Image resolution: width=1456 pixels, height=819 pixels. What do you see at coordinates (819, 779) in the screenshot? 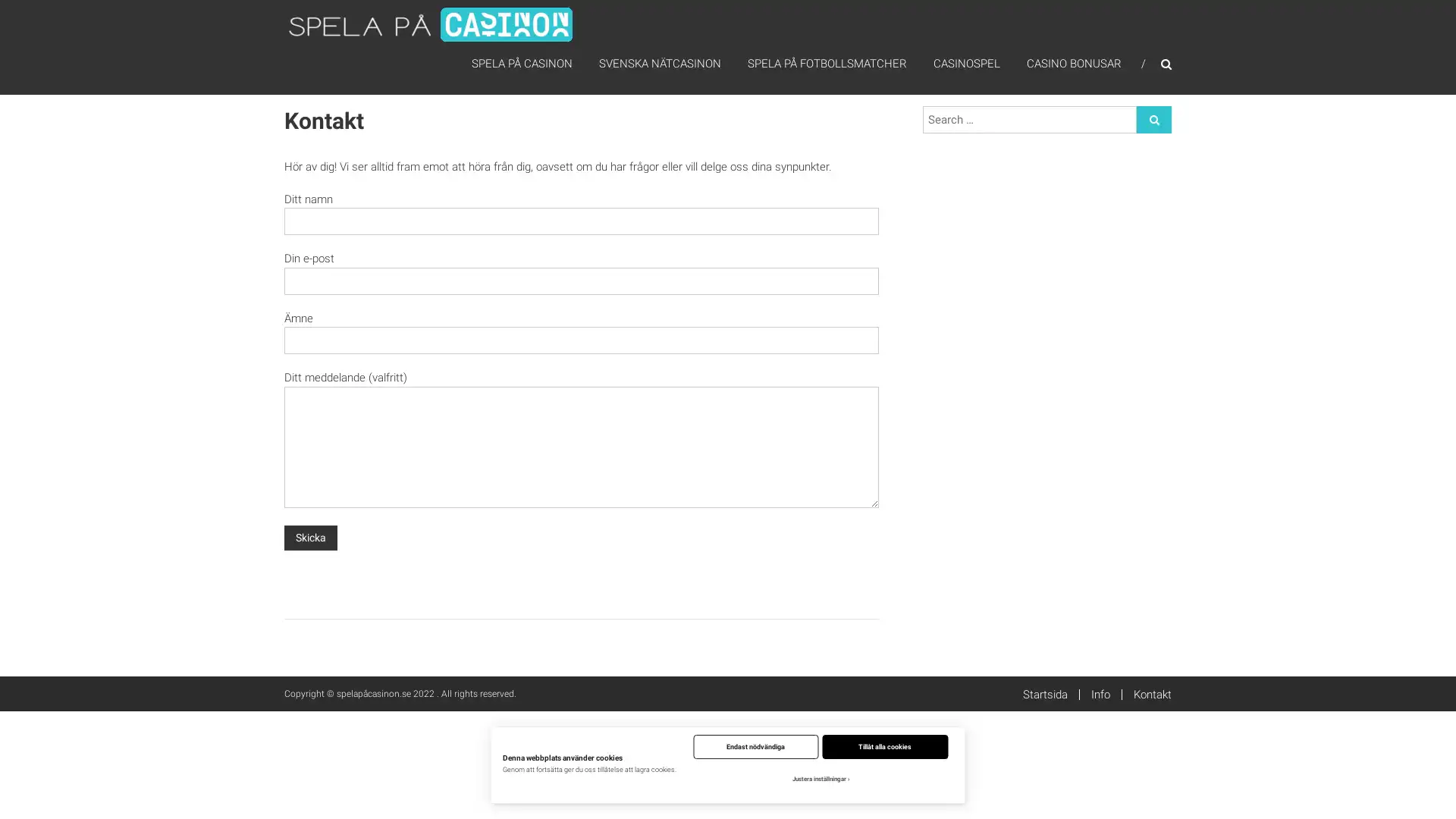
I see `Justera installningar` at bounding box center [819, 779].